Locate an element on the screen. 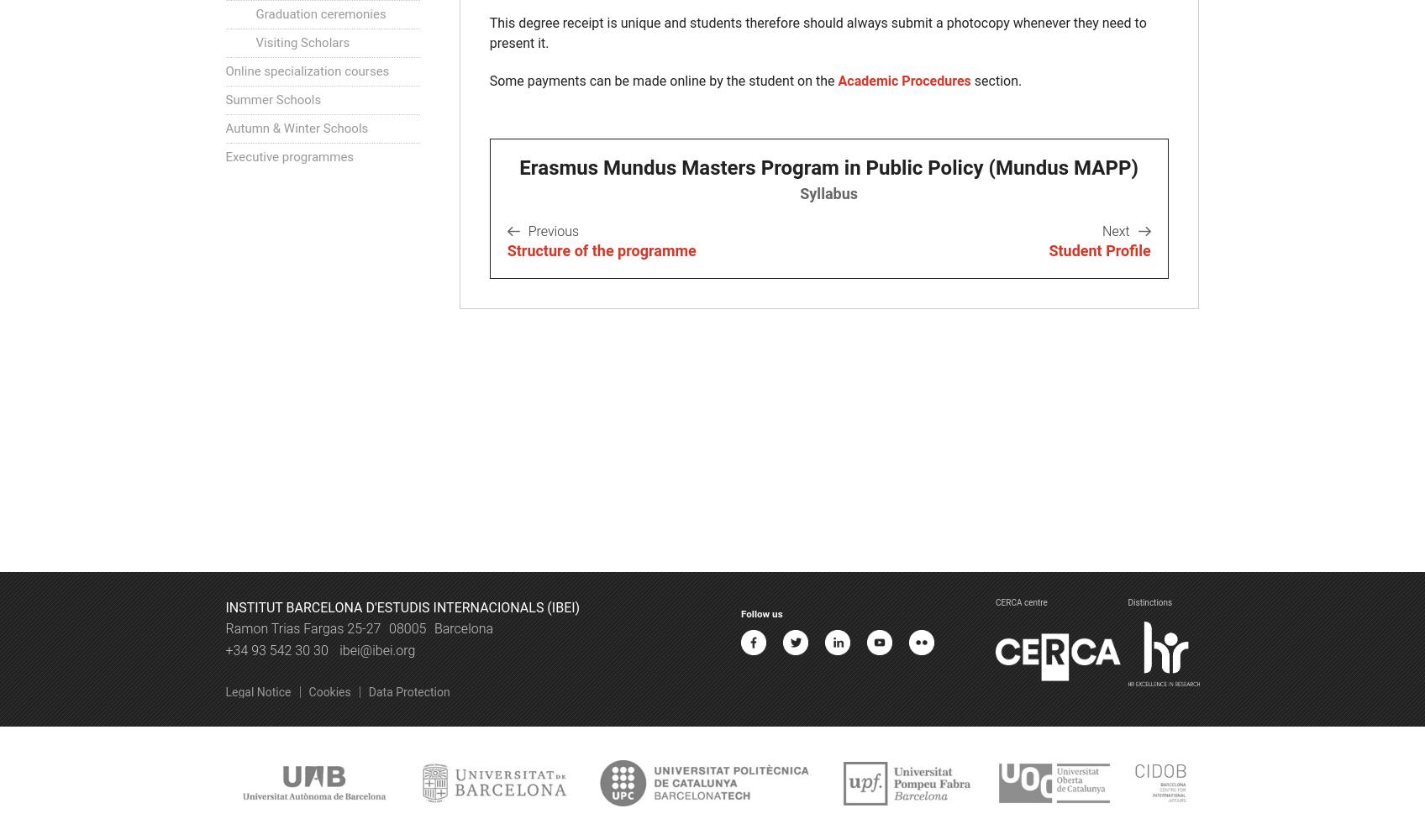 This screenshot has width=1425, height=840. 'Structure of the programme' is located at coordinates (601, 250).